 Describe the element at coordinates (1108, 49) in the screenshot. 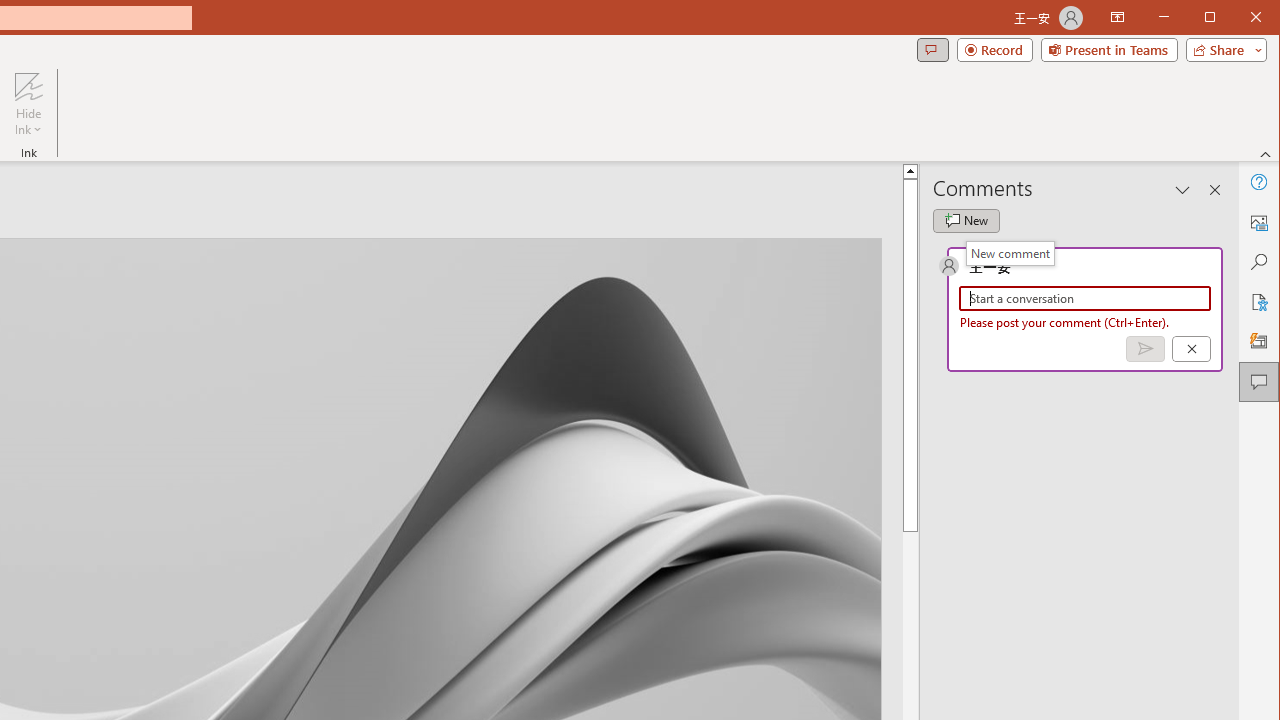

I see `'Present in Teams'` at that location.